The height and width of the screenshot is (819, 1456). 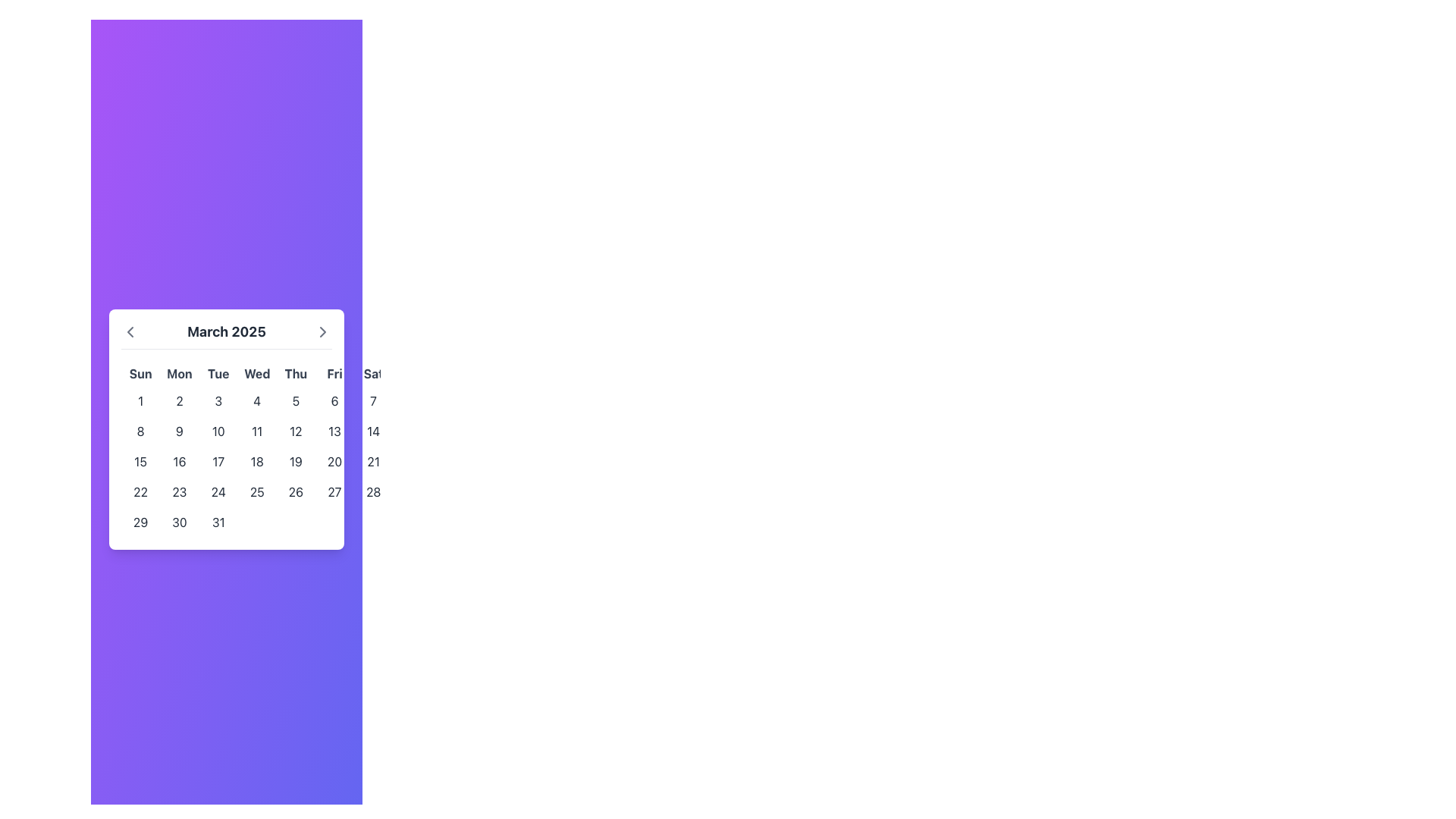 What do you see at coordinates (179, 521) in the screenshot?
I see `the clickable calendar day displaying '30', located between the text elements '29' and '31'` at bounding box center [179, 521].